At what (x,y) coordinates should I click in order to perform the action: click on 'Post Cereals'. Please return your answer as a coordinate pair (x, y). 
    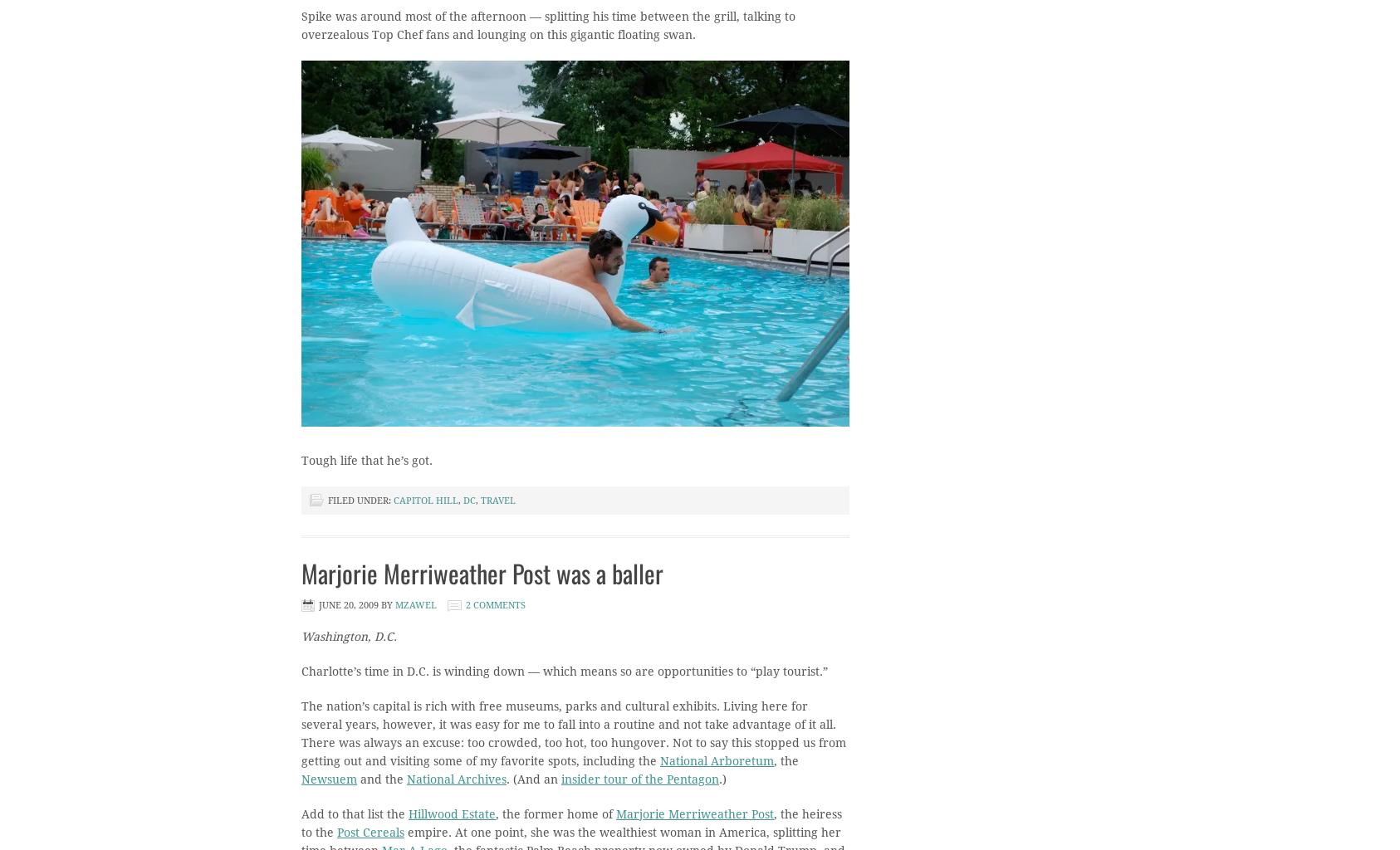
    Looking at the image, I should click on (370, 832).